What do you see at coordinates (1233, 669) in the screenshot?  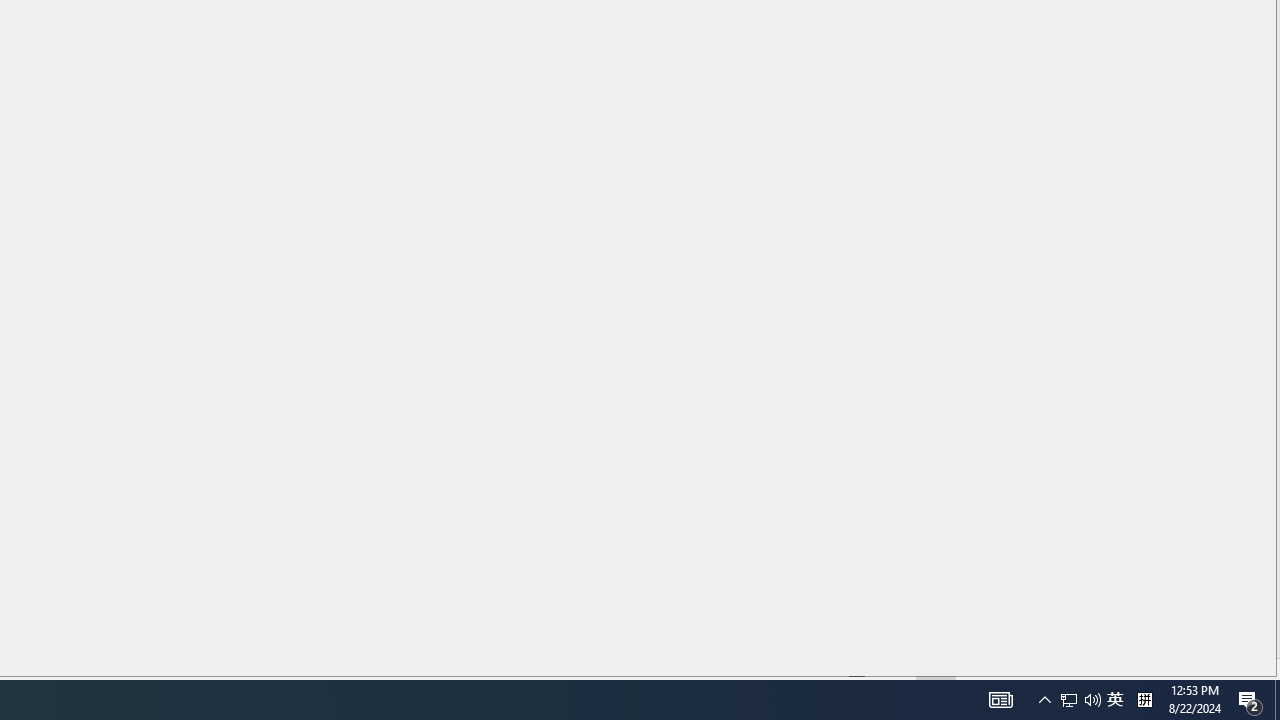 I see `'Zoom 150%'` at bounding box center [1233, 669].